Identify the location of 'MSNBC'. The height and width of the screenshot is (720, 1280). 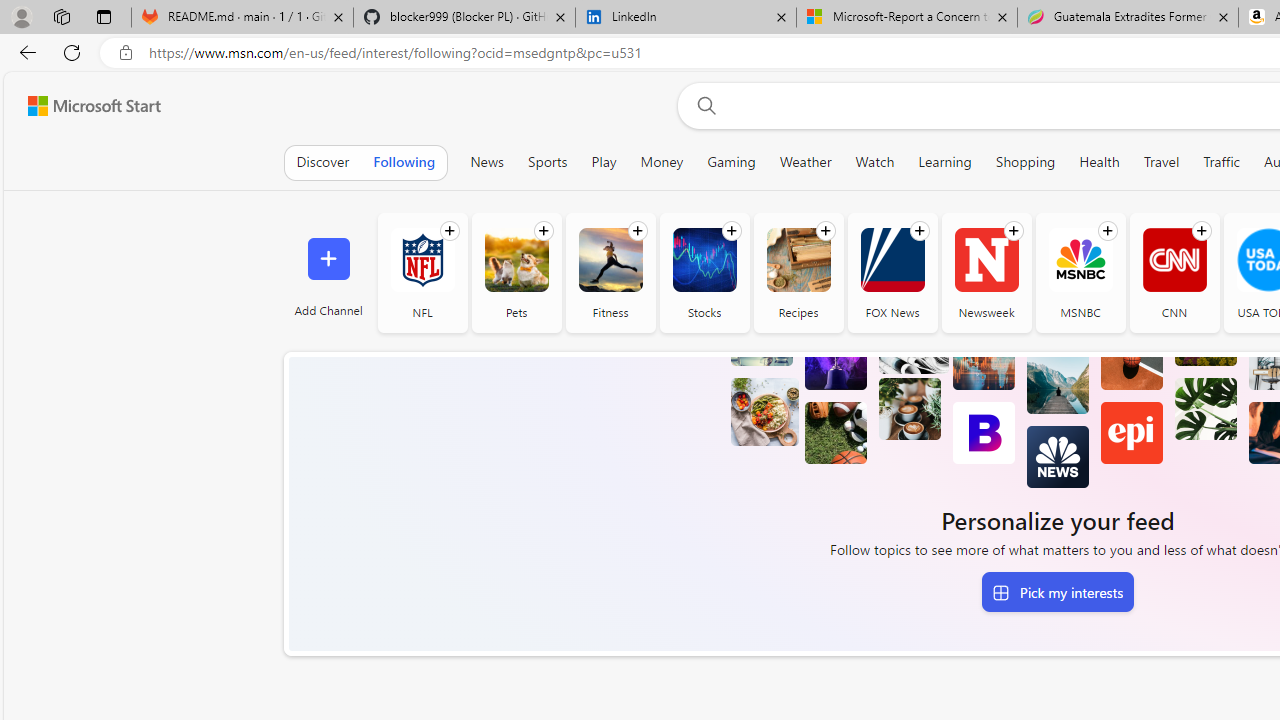
(1079, 272).